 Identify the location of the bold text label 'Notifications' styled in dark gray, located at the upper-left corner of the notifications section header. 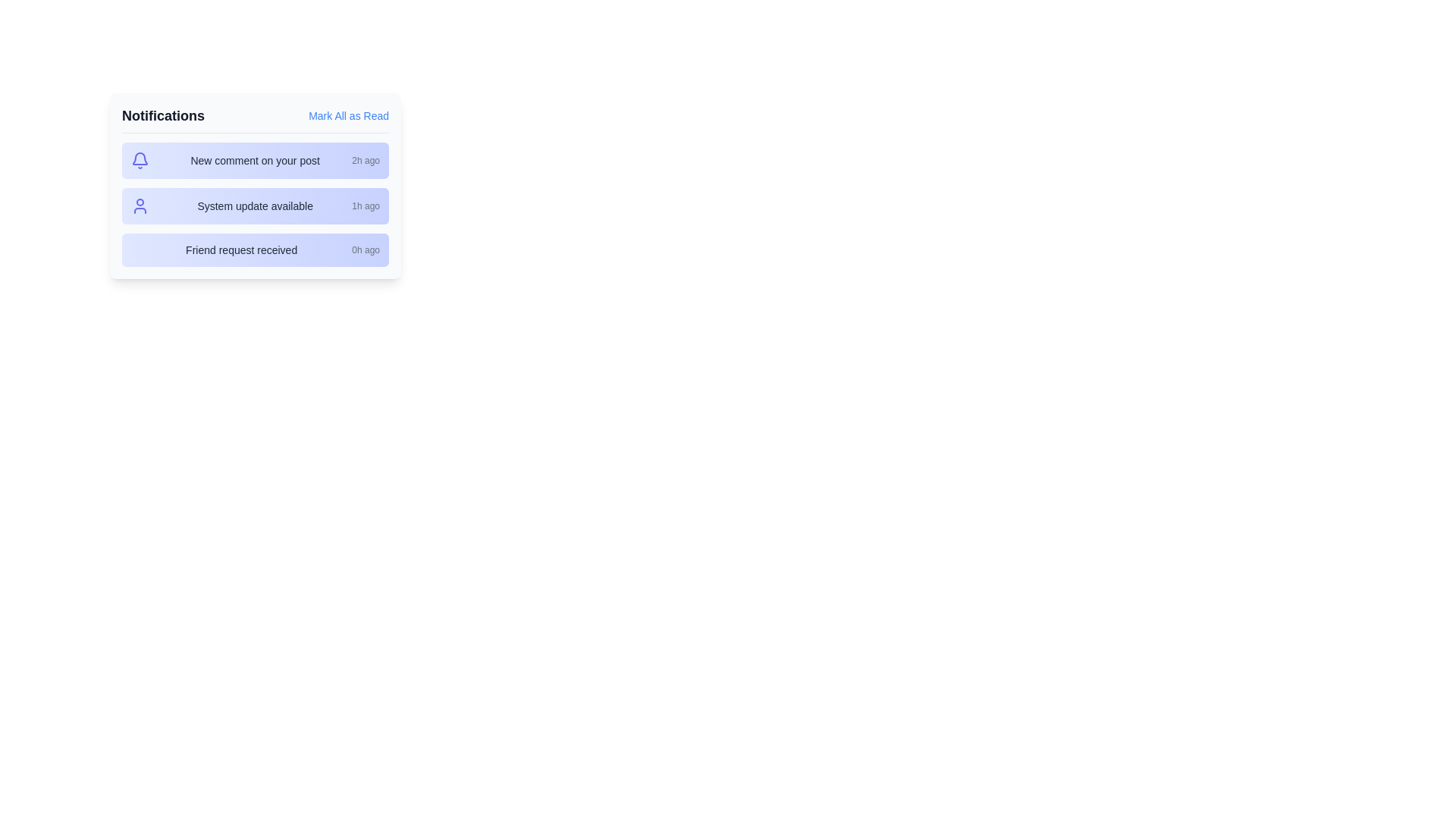
(163, 115).